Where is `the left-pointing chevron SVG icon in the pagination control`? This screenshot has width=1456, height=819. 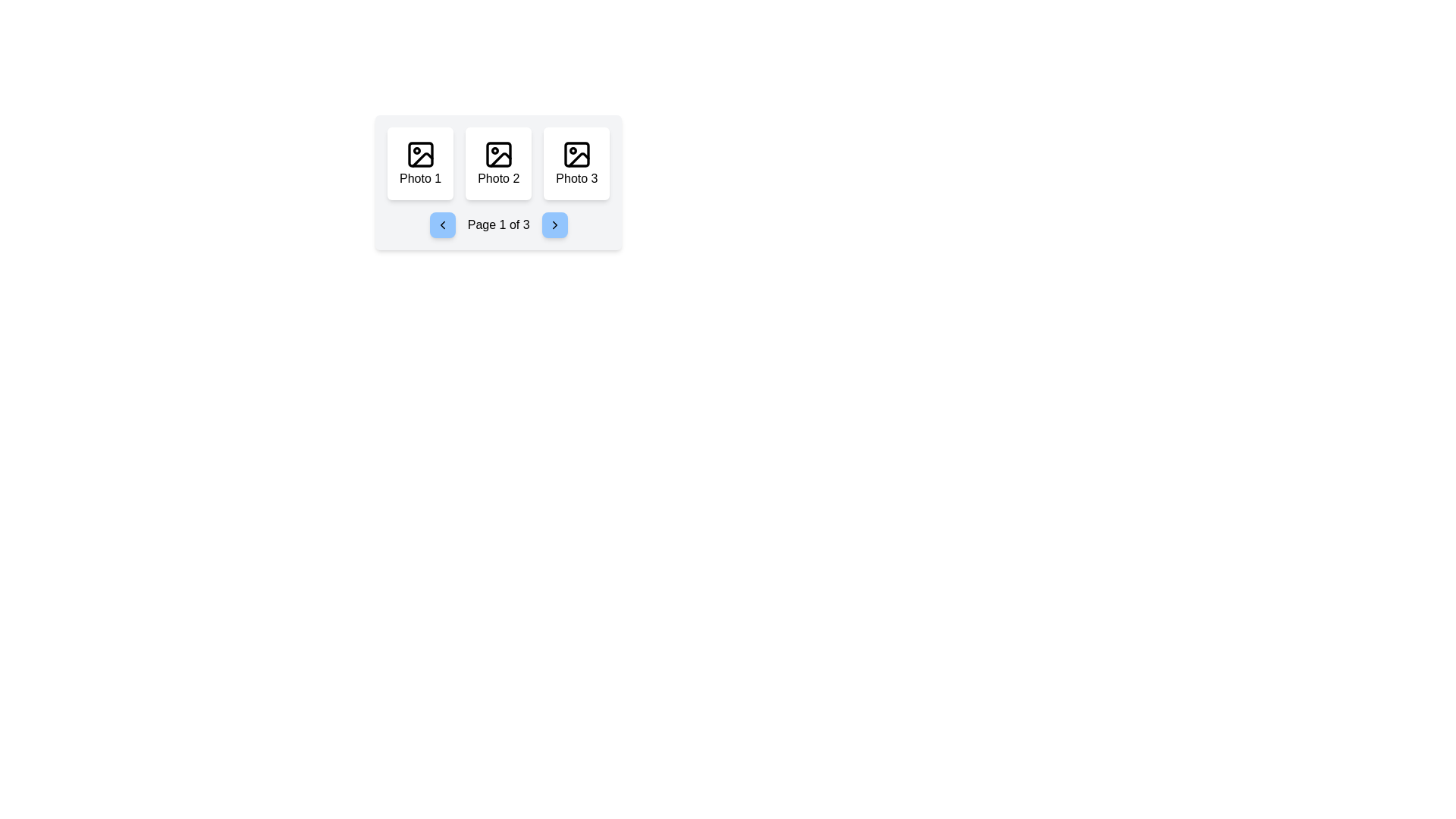
the left-pointing chevron SVG icon in the pagination control is located at coordinates (441, 225).